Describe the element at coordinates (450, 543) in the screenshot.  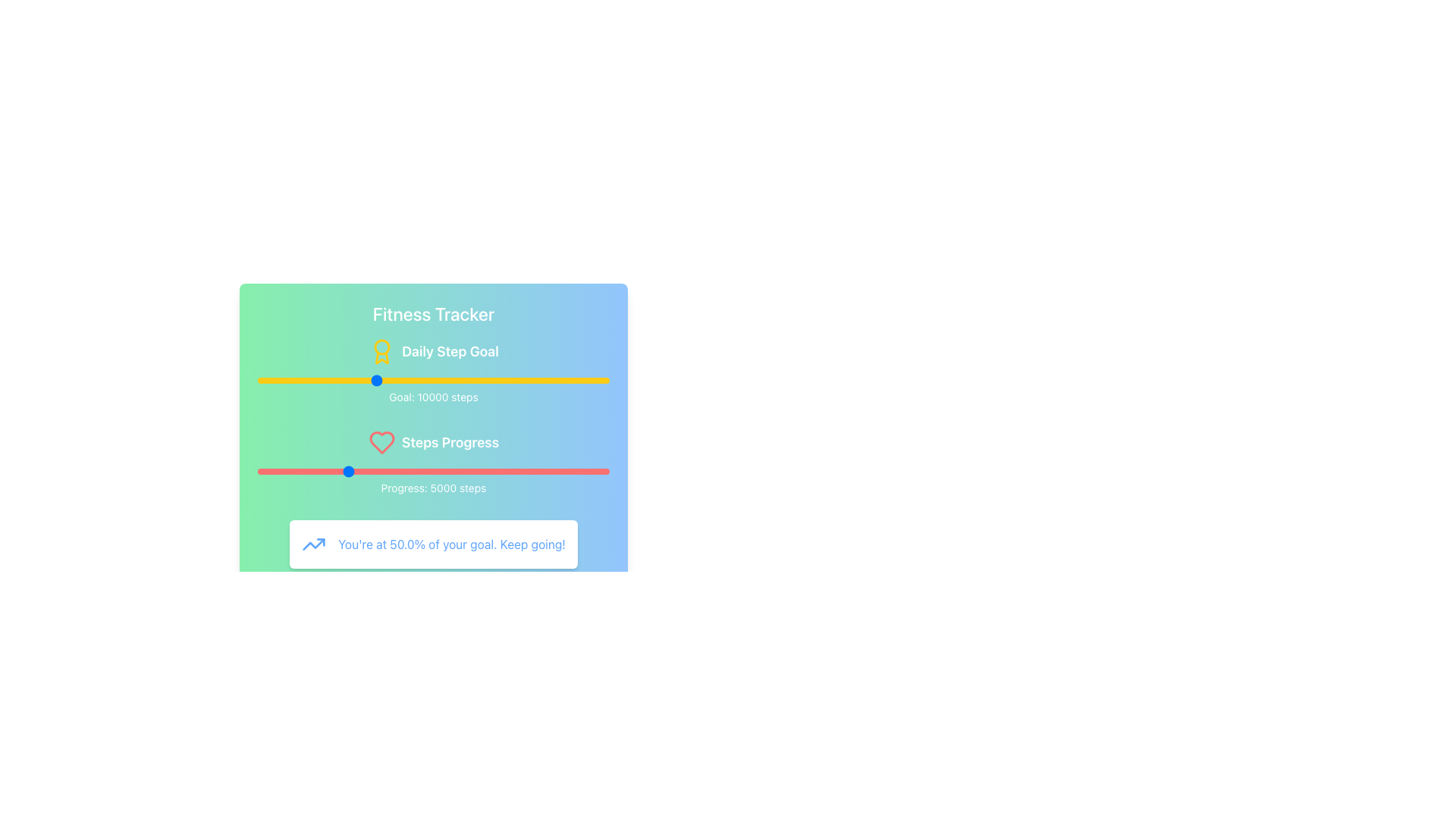
I see `the text snippet displaying 'You're at 50.0% of your goal. Keep going!' styled with a blue font inside a white rounded rectangular background` at that location.